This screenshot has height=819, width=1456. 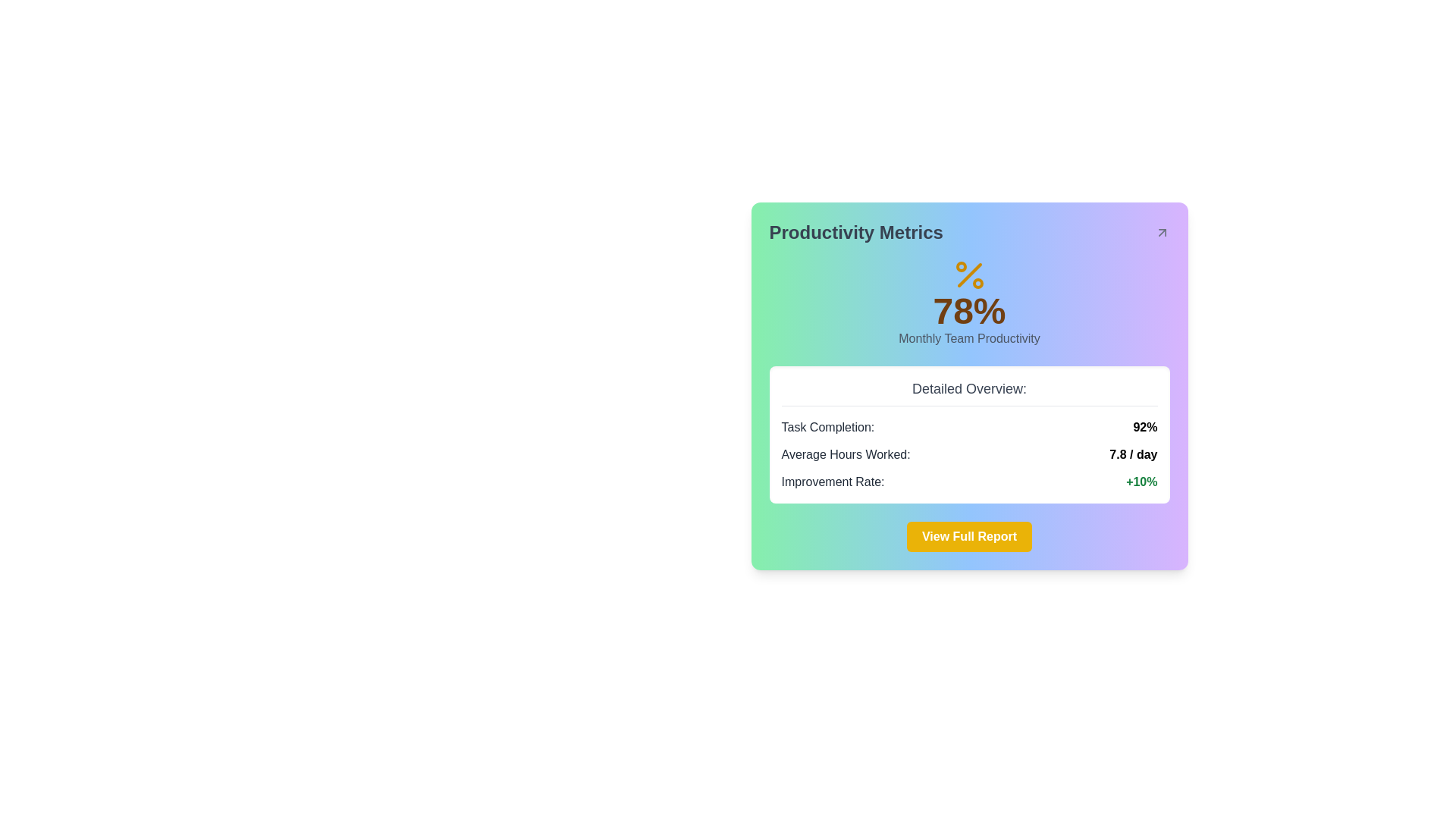 I want to click on the yellow button labeled 'View Full Report' located at the bottom of the 'Productivity Metrics' card, so click(x=968, y=536).